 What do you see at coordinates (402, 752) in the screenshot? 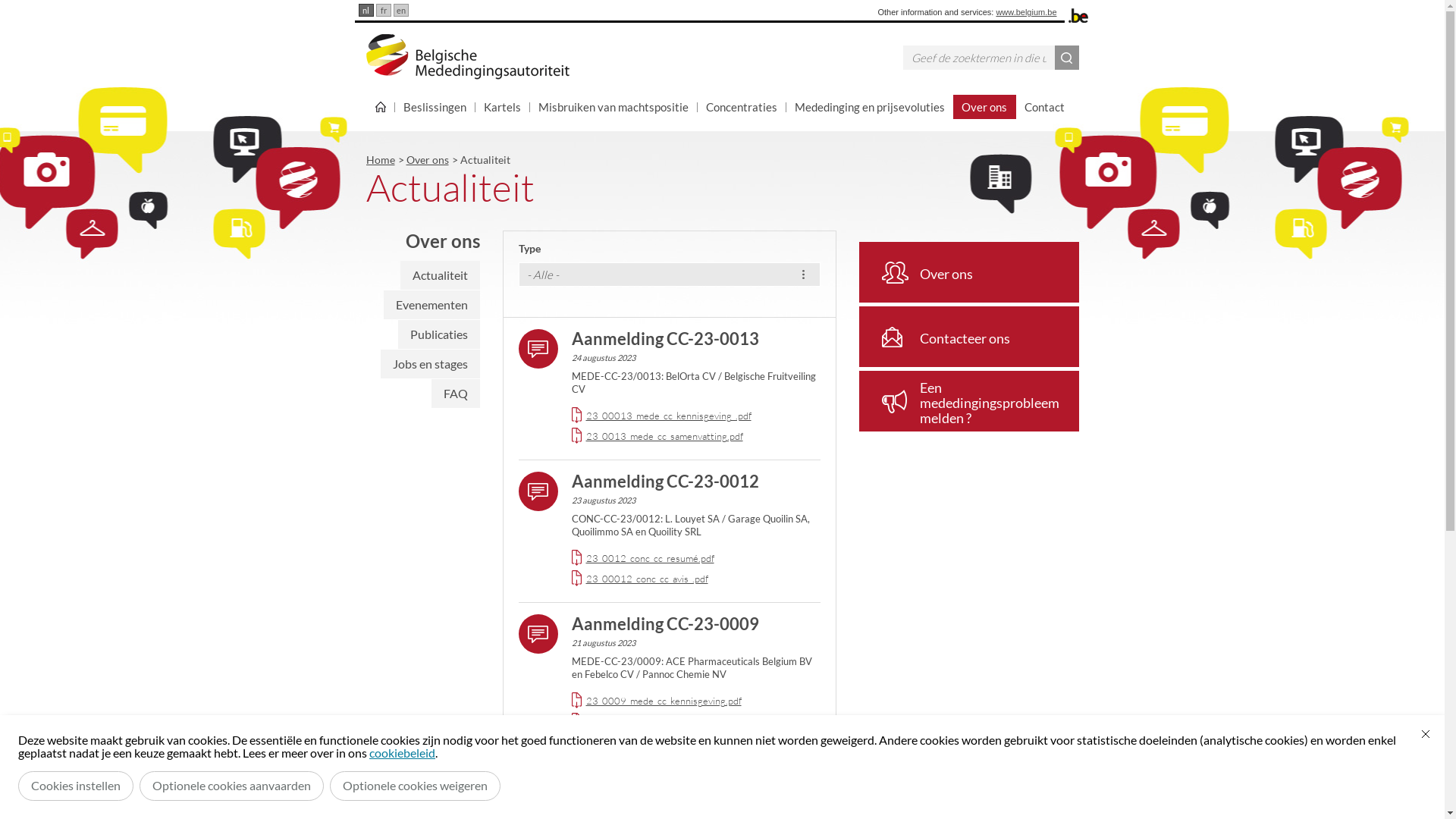
I see `'cookiebeleid'` at bounding box center [402, 752].